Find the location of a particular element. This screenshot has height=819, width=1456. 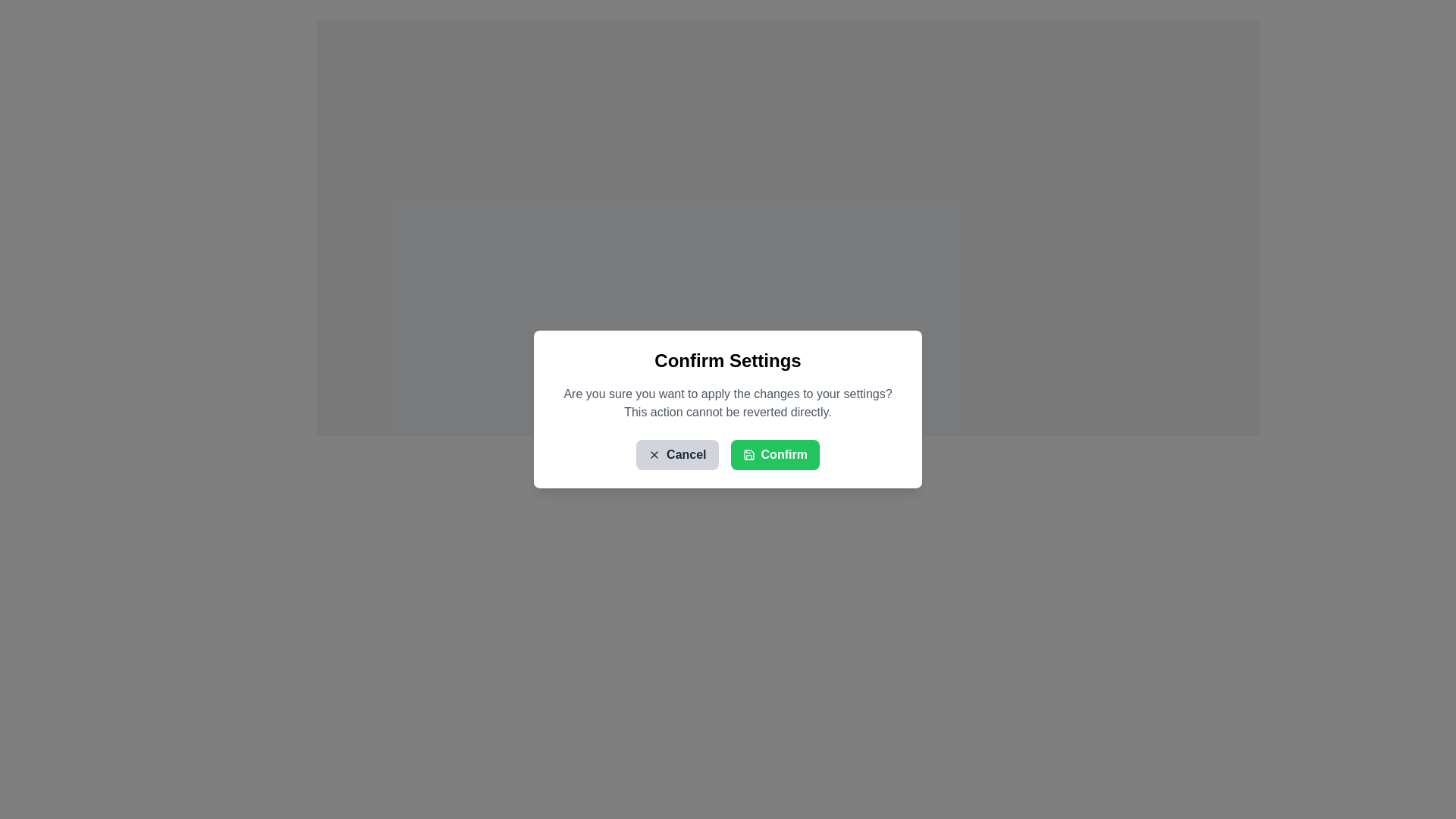

the green 'Confirm' button with a white save icon to observe the hover effect is located at coordinates (775, 454).